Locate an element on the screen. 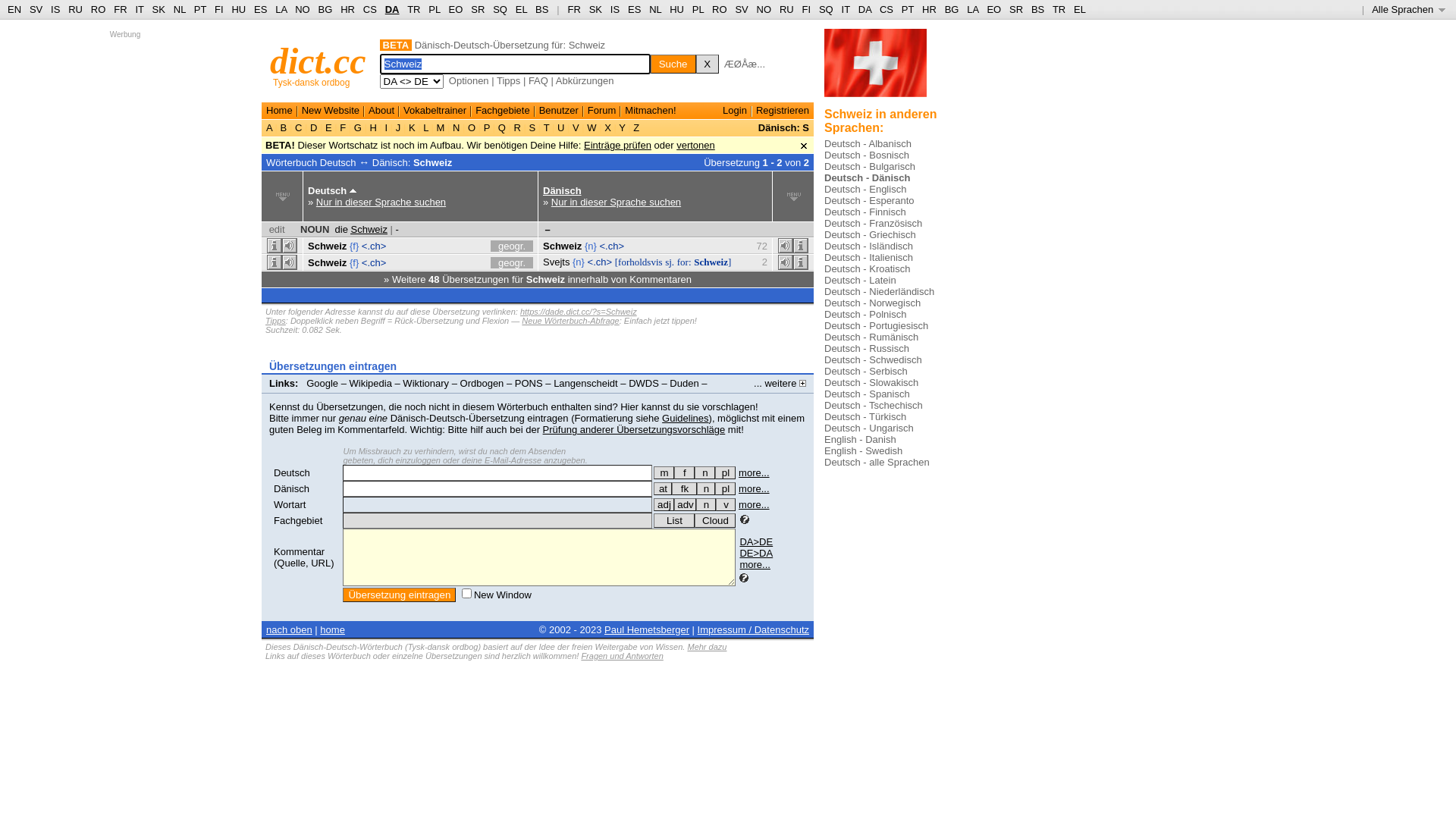  'Home' is located at coordinates (265, 109).